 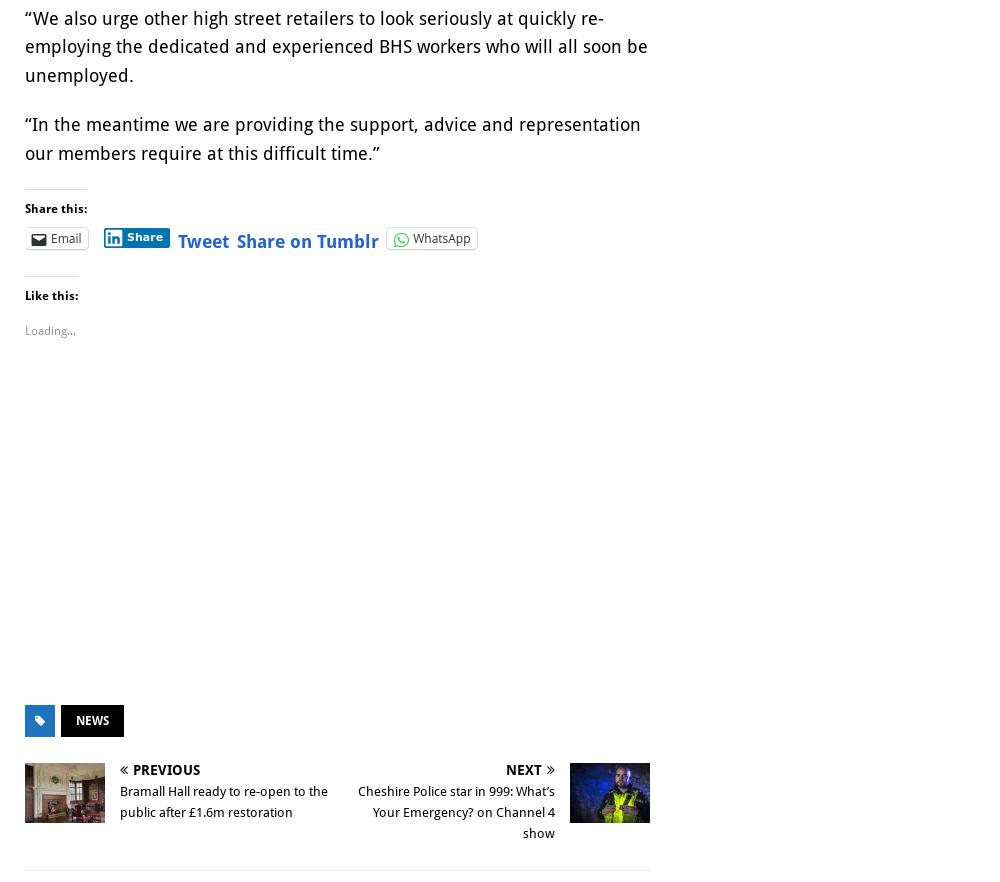 What do you see at coordinates (332, 138) in the screenshot?
I see `'“In the meantime we are providing the support, advice and representation our members require at this difficult time.”'` at bounding box center [332, 138].